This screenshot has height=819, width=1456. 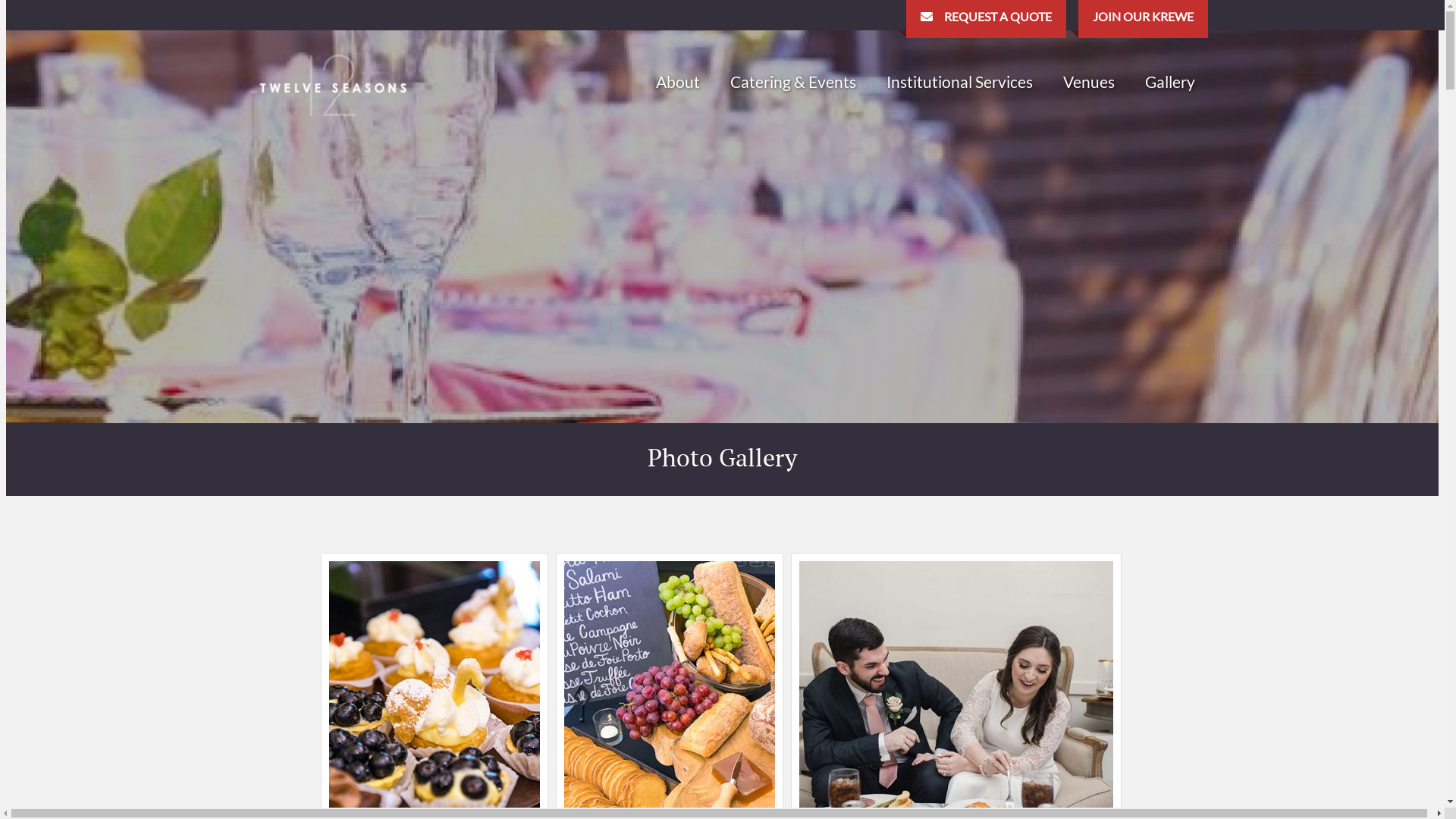 What do you see at coordinates (676, 82) in the screenshot?
I see `'About'` at bounding box center [676, 82].